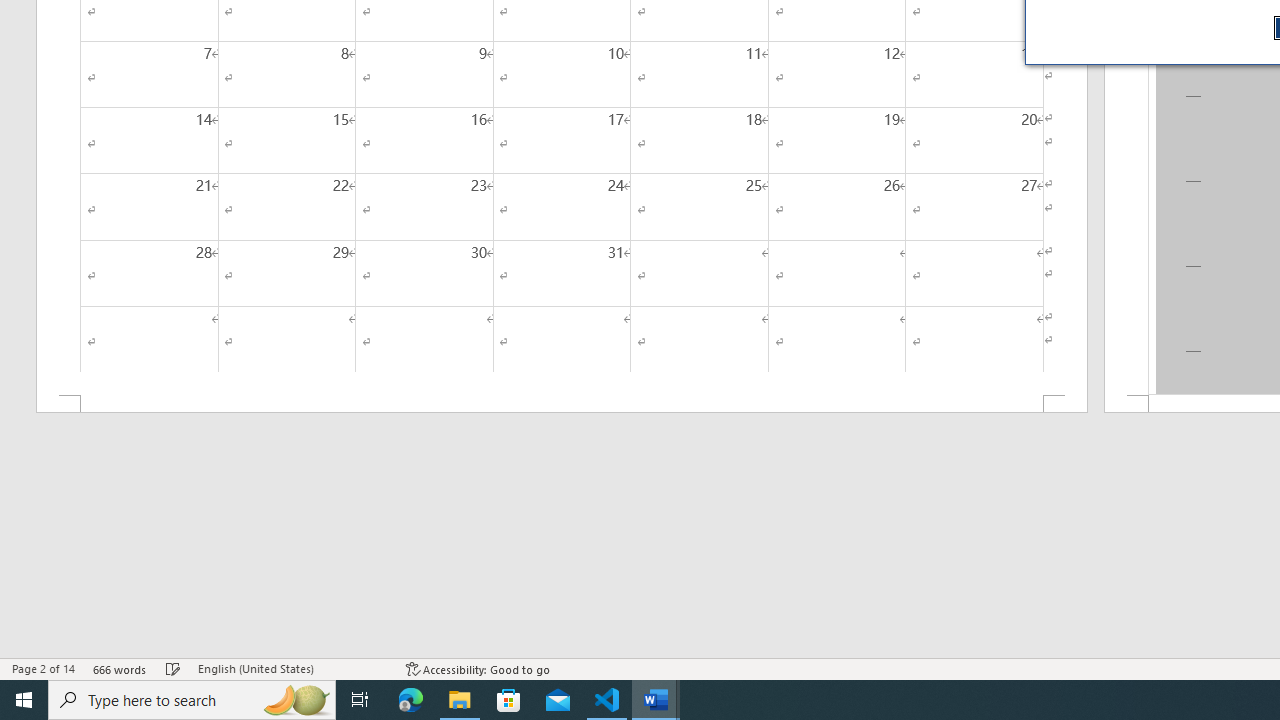  What do you see at coordinates (43, 669) in the screenshot?
I see `'Page Number Page 2 of 14'` at bounding box center [43, 669].